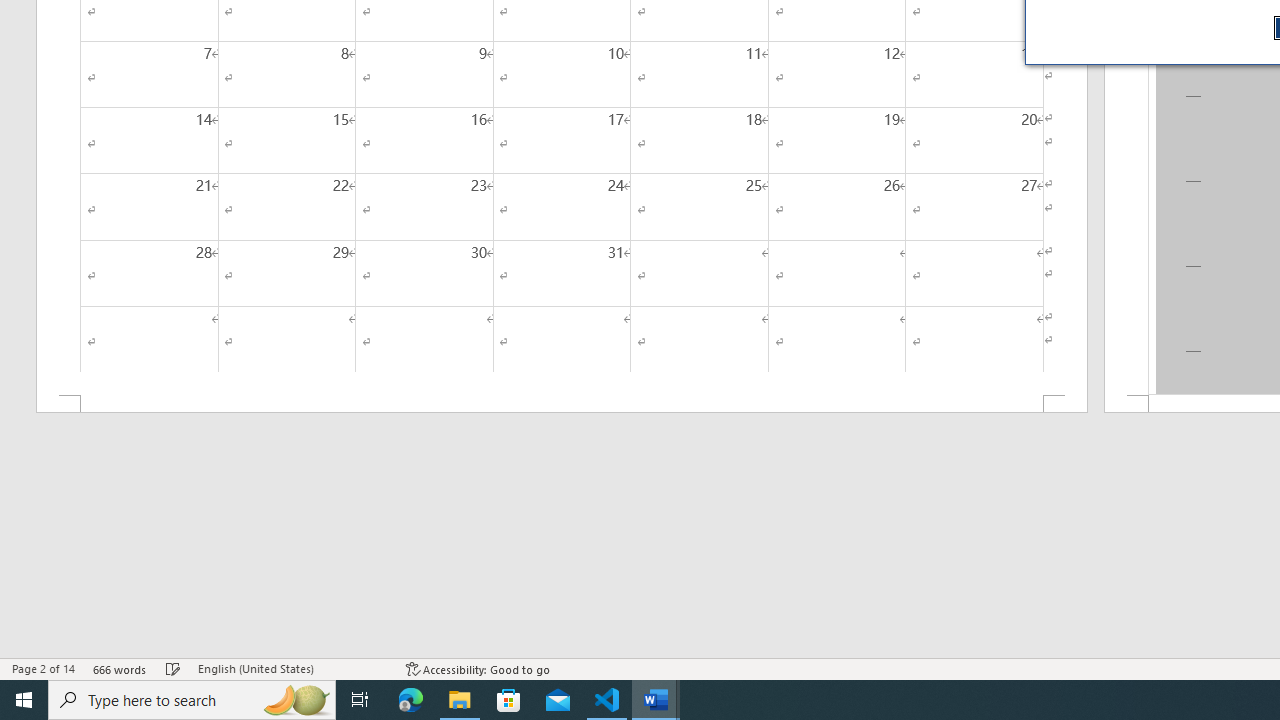  What do you see at coordinates (43, 669) in the screenshot?
I see `'Page Number Page 2 of 14'` at bounding box center [43, 669].